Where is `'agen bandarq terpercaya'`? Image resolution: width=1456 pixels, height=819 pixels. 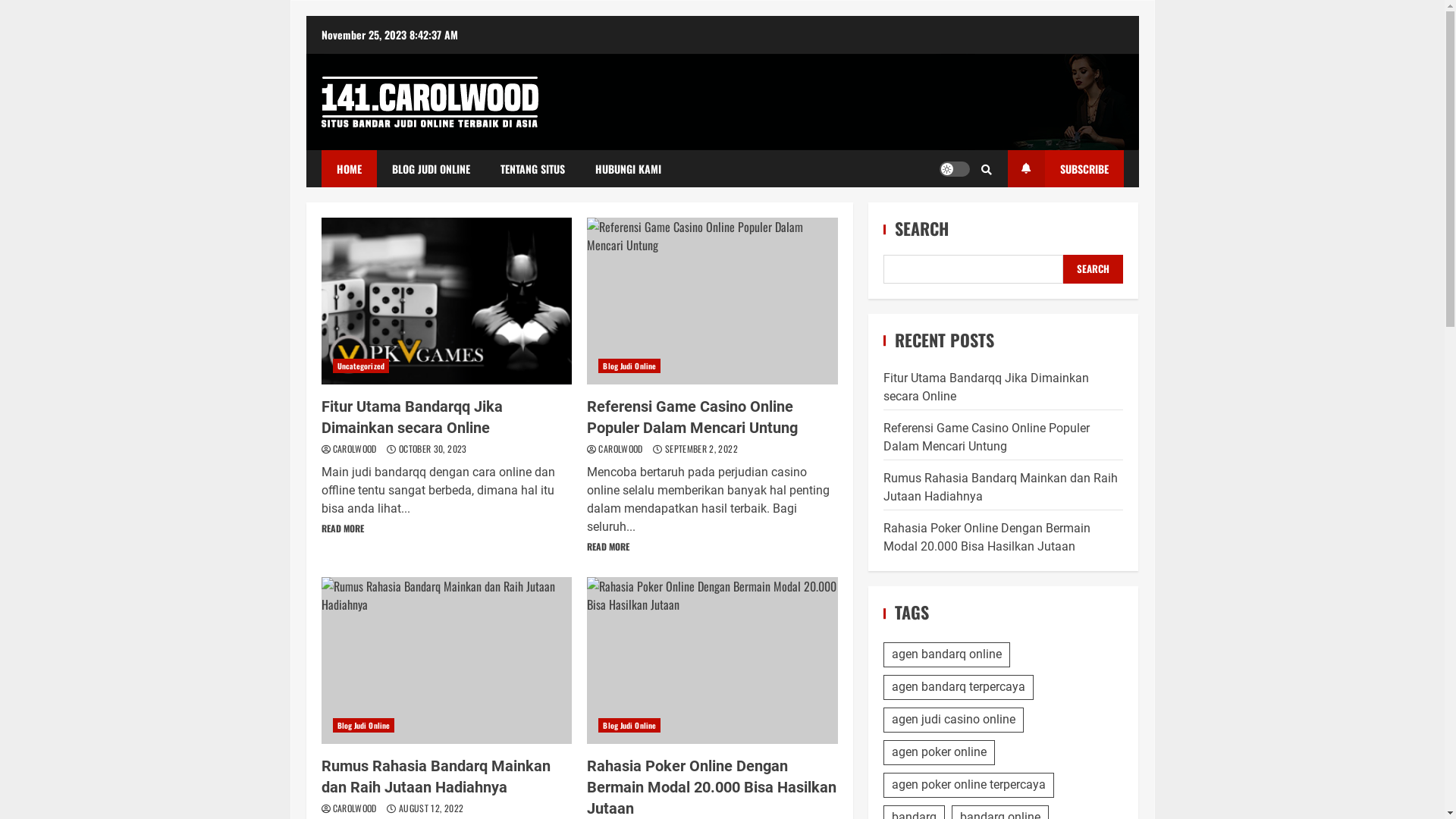
'agen bandarq terpercaya' is located at coordinates (957, 687).